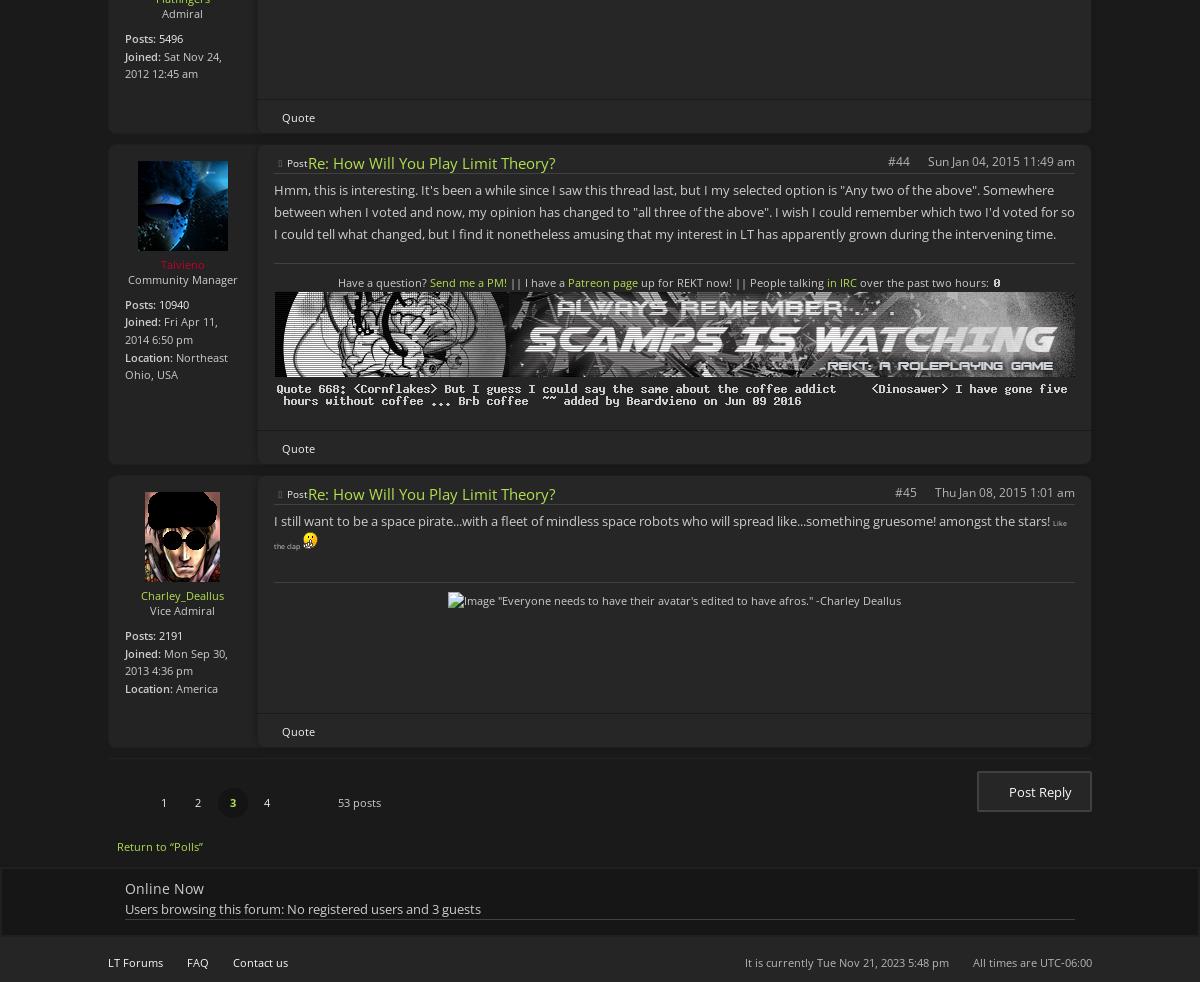  Describe the element at coordinates (1064, 962) in the screenshot. I see `'UTC-06:00'` at that location.